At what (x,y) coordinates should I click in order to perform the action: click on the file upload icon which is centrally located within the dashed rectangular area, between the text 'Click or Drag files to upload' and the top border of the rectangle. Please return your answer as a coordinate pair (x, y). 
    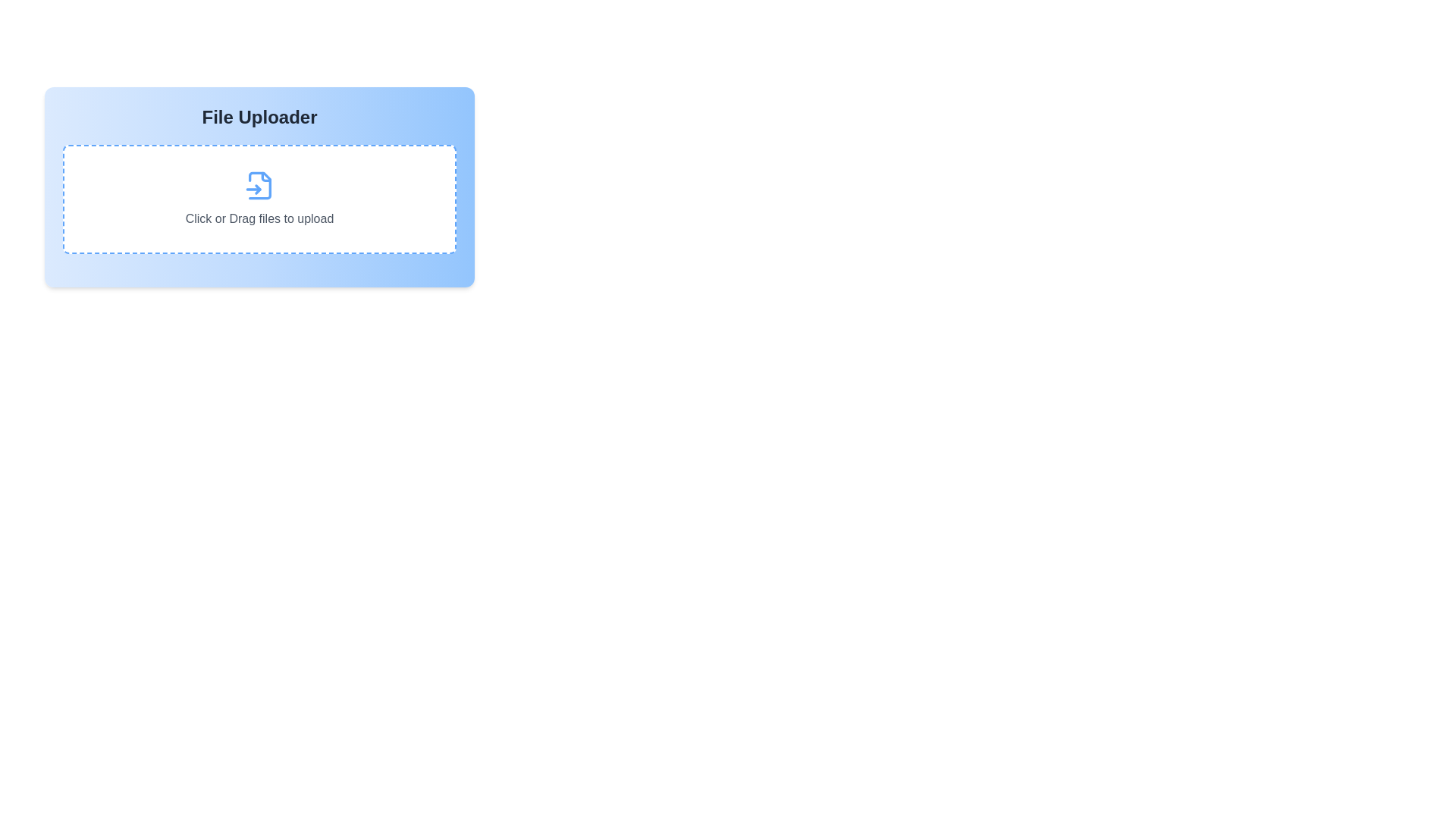
    Looking at the image, I should click on (259, 185).